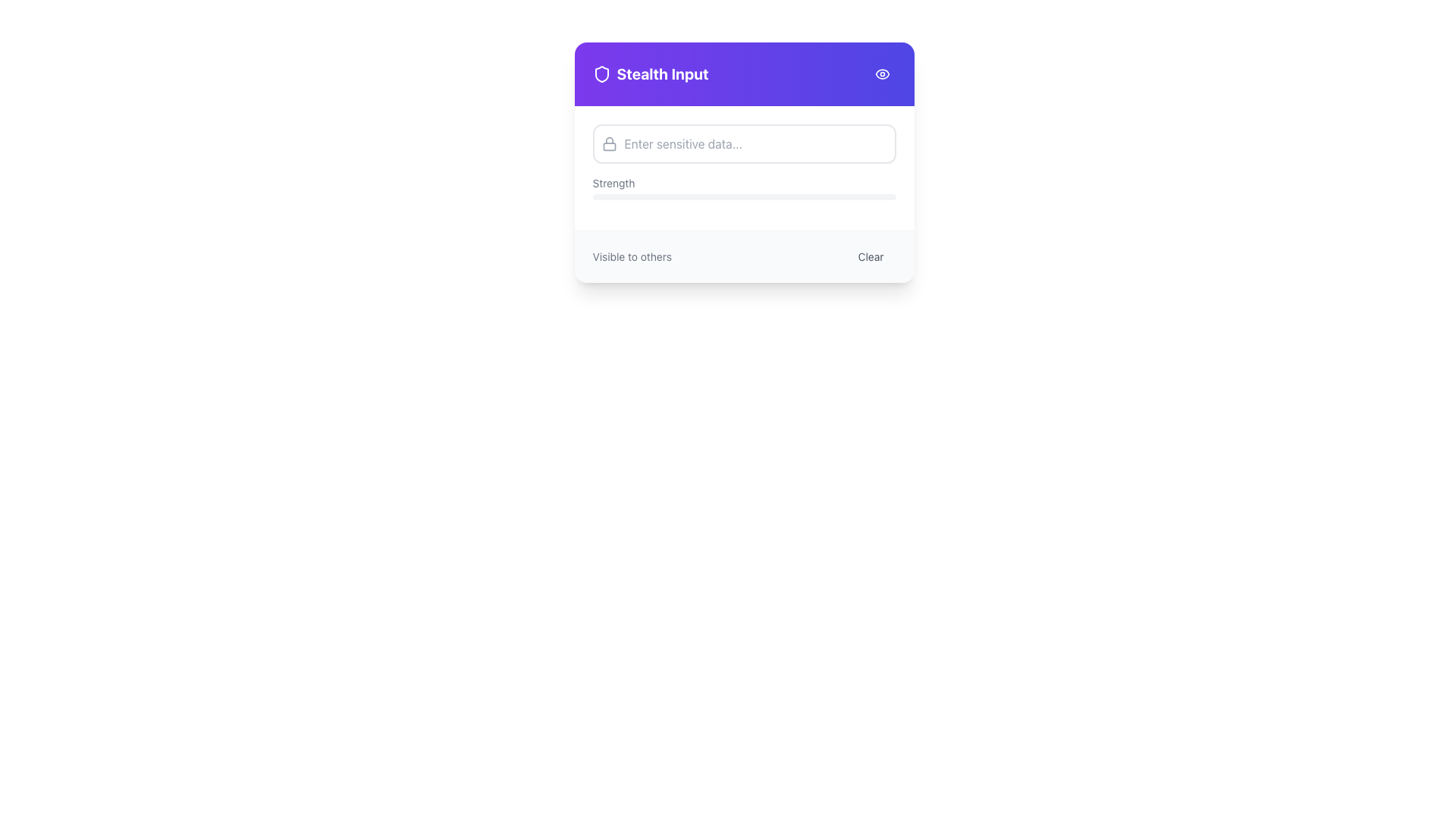  Describe the element at coordinates (632, 256) in the screenshot. I see `the static text label providing informational context about the visibility status of associated data, located on the left side near the bottom of the interface` at that location.